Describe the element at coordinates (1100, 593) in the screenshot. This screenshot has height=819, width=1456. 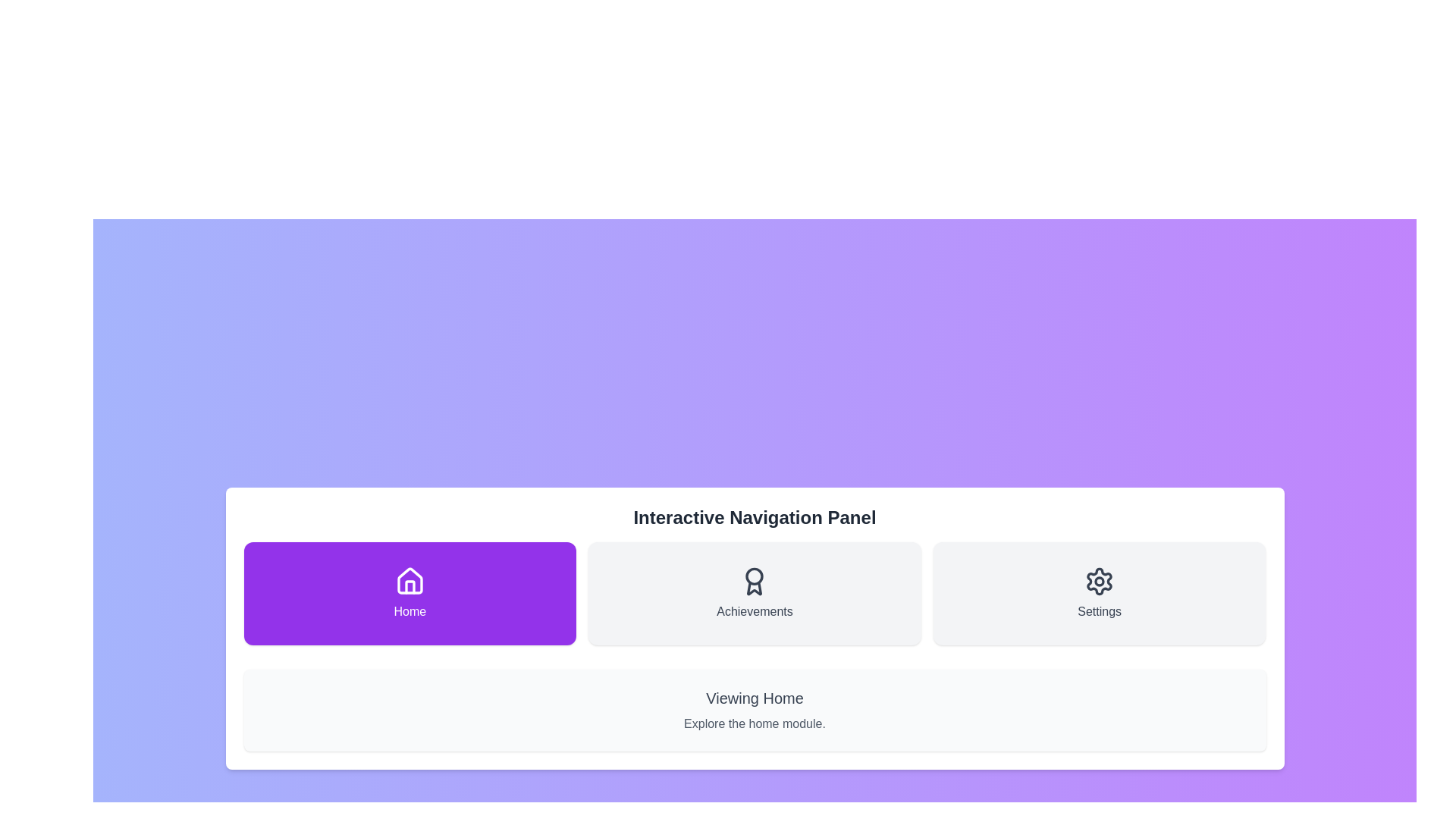
I see `the settings navigation button located at the bottom-right of the grid` at that location.